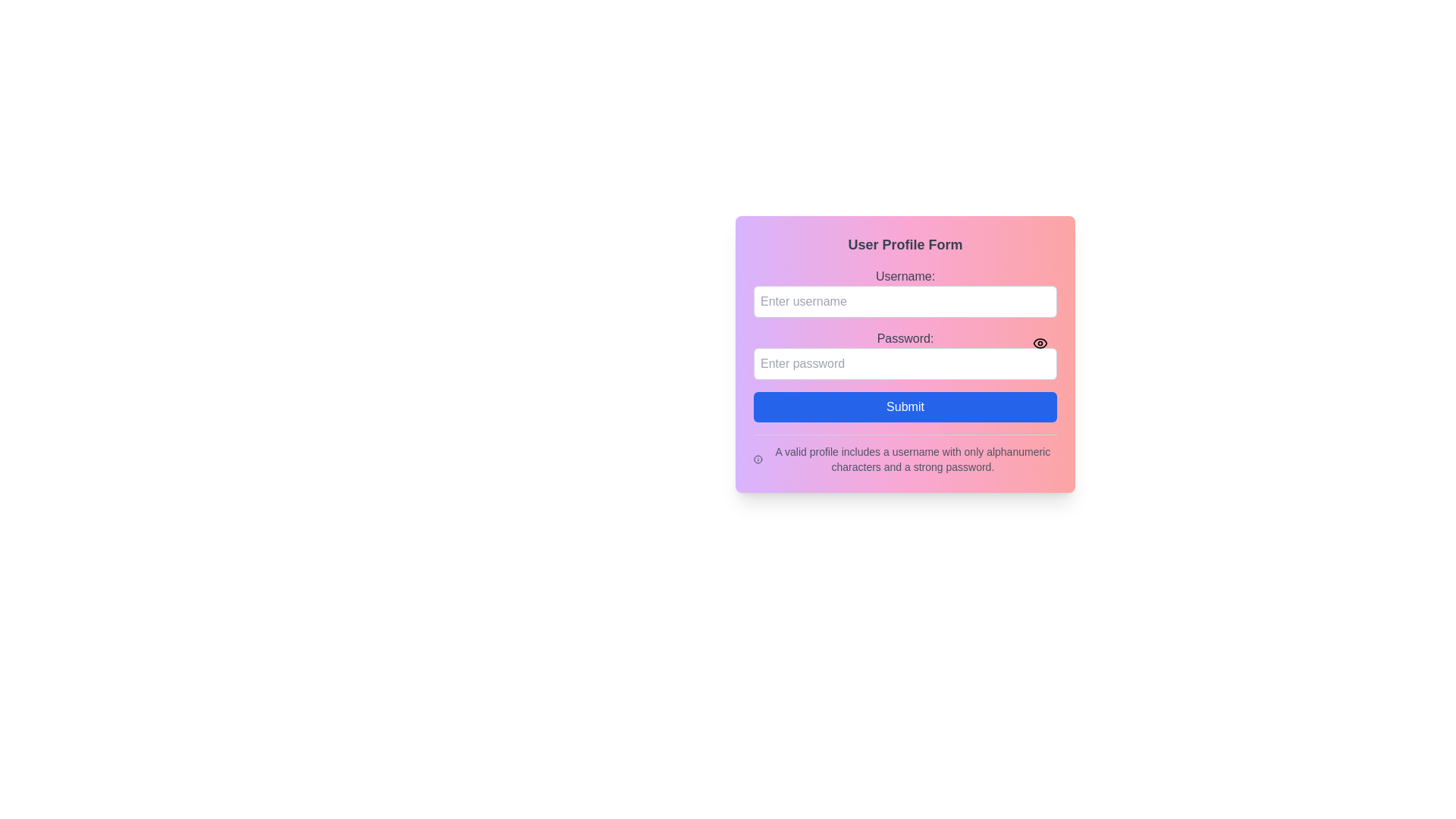 Image resolution: width=1456 pixels, height=819 pixels. Describe the element at coordinates (912, 458) in the screenshot. I see `the informational text label that guides users on username and password requirements, positioned below the 'Submit' button` at that location.